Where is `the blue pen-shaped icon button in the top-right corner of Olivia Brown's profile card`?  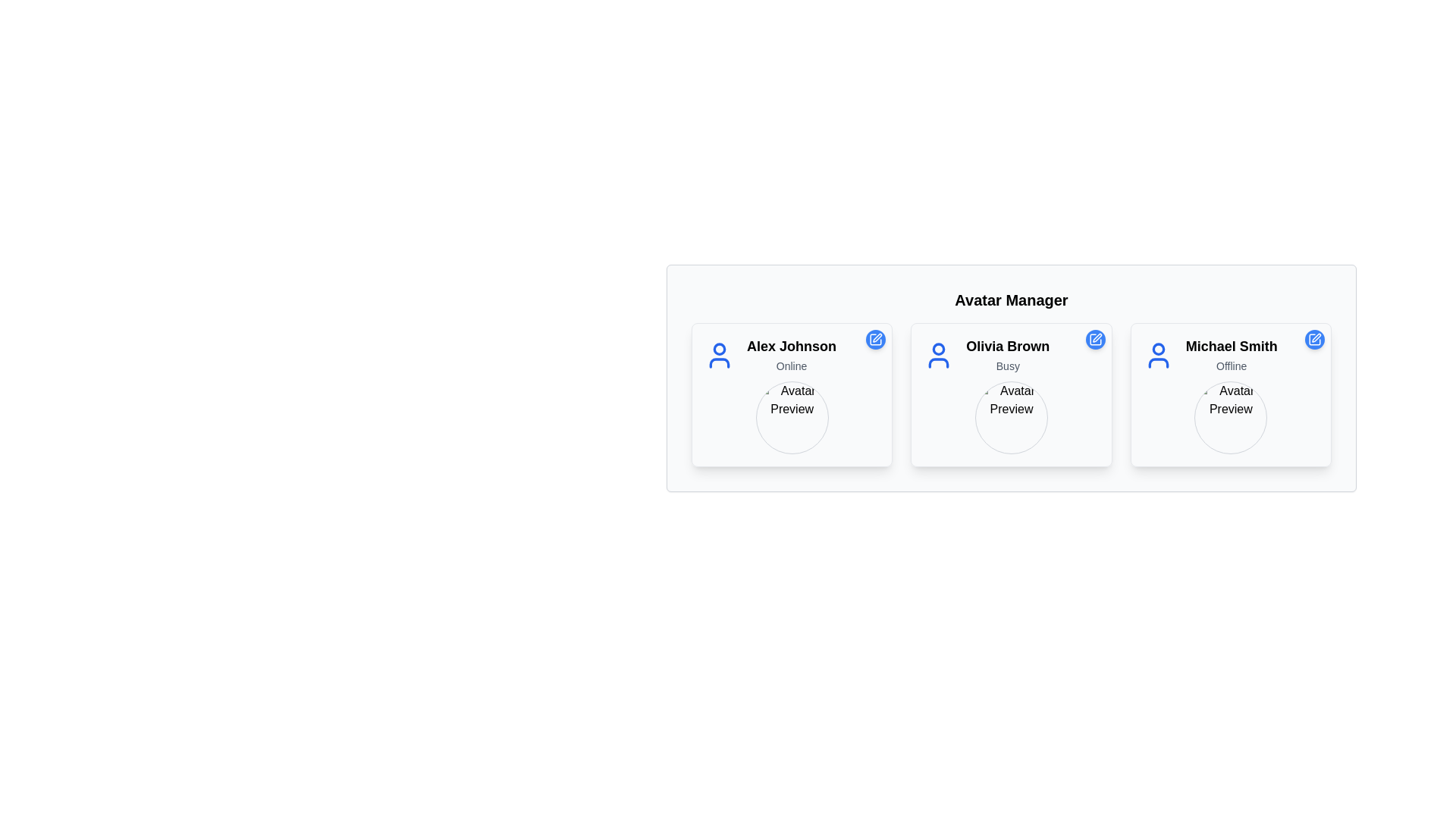
the blue pen-shaped icon button in the top-right corner of Olivia Brown's profile card is located at coordinates (1316, 337).